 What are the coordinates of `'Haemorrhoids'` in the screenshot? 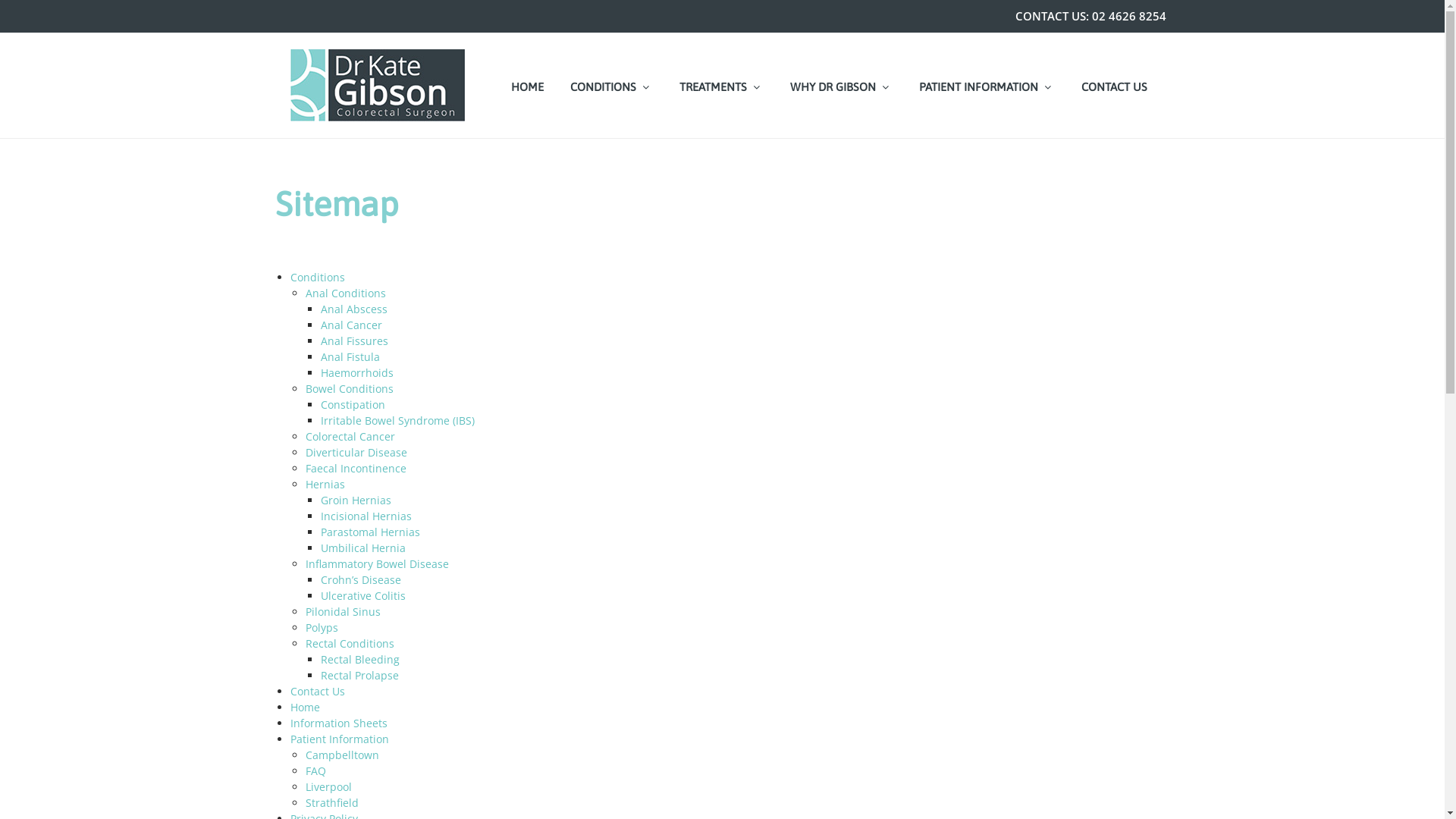 It's located at (319, 372).